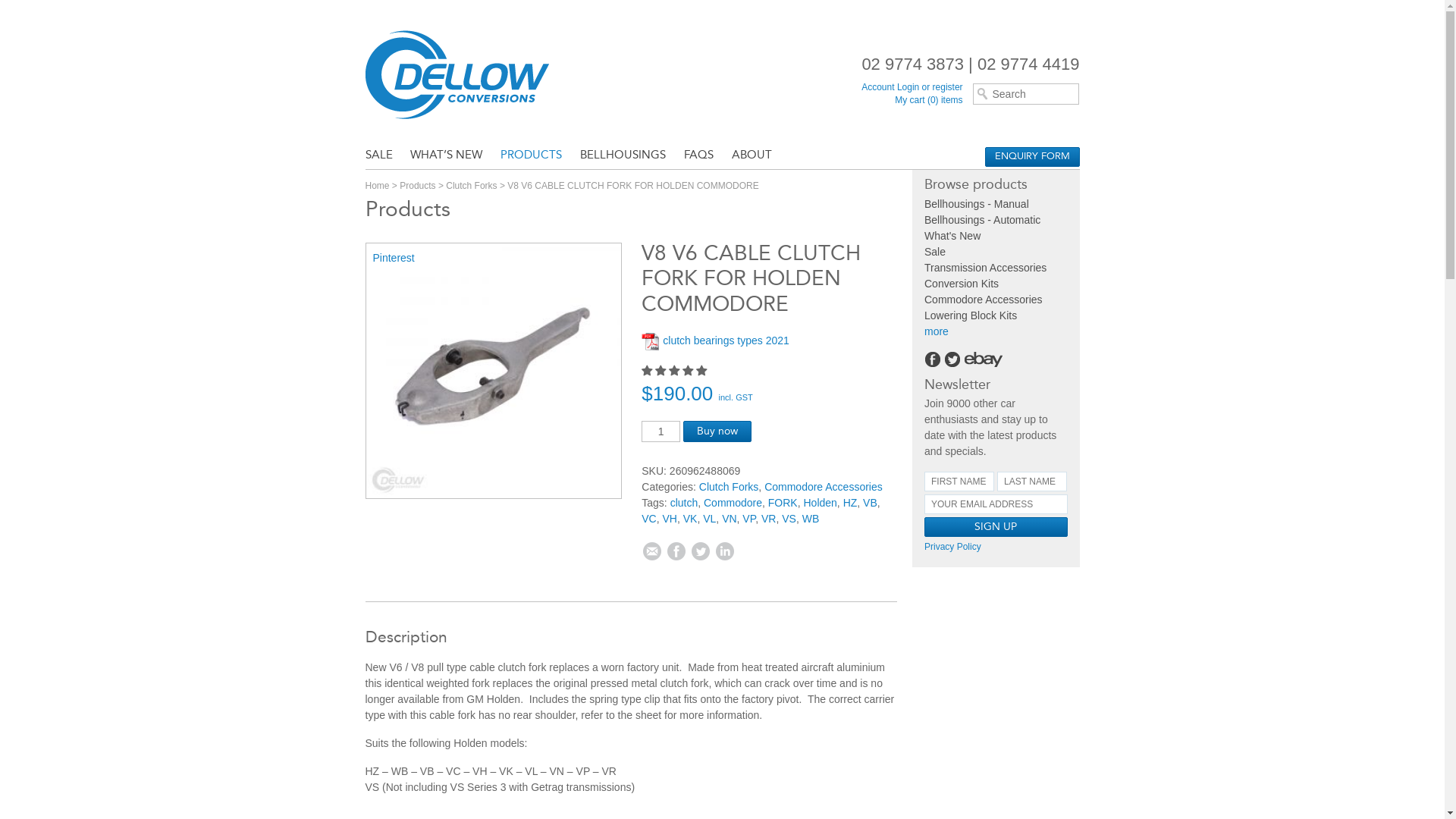 The width and height of the screenshot is (1456, 819). I want to click on 'Privacy Policy', so click(952, 547).